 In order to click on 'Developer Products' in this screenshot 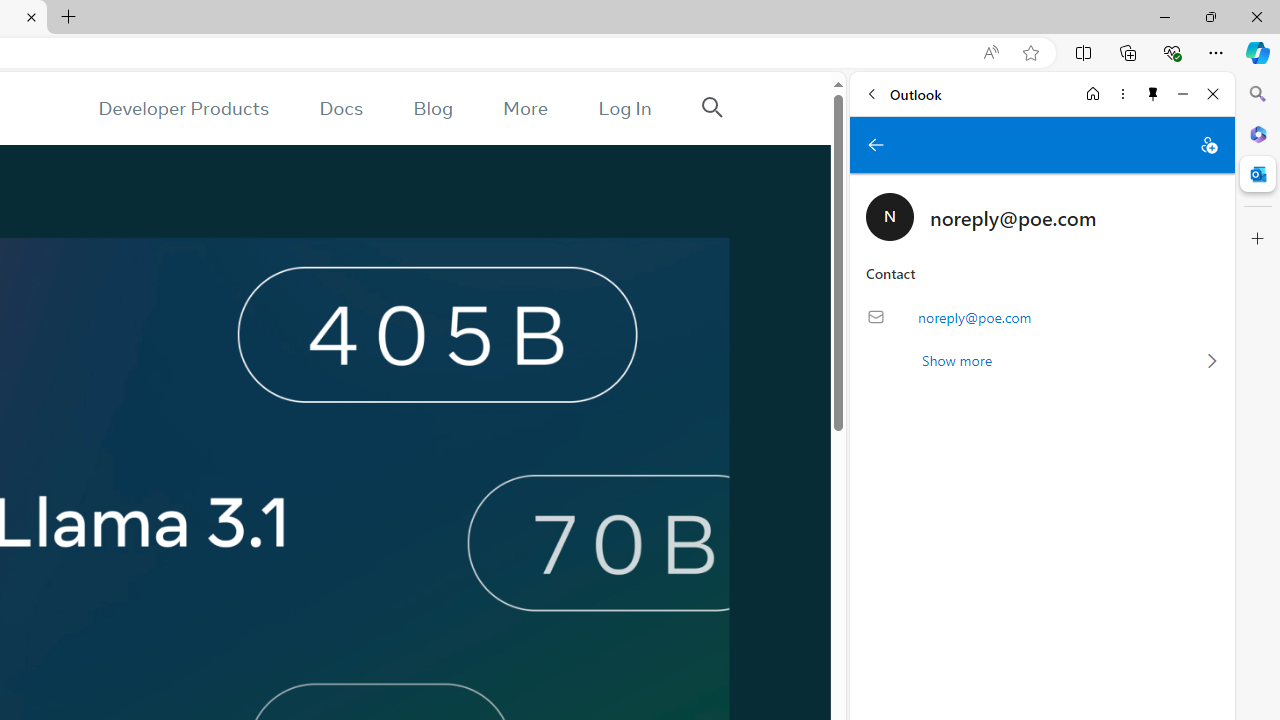, I will do `click(183, 108)`.